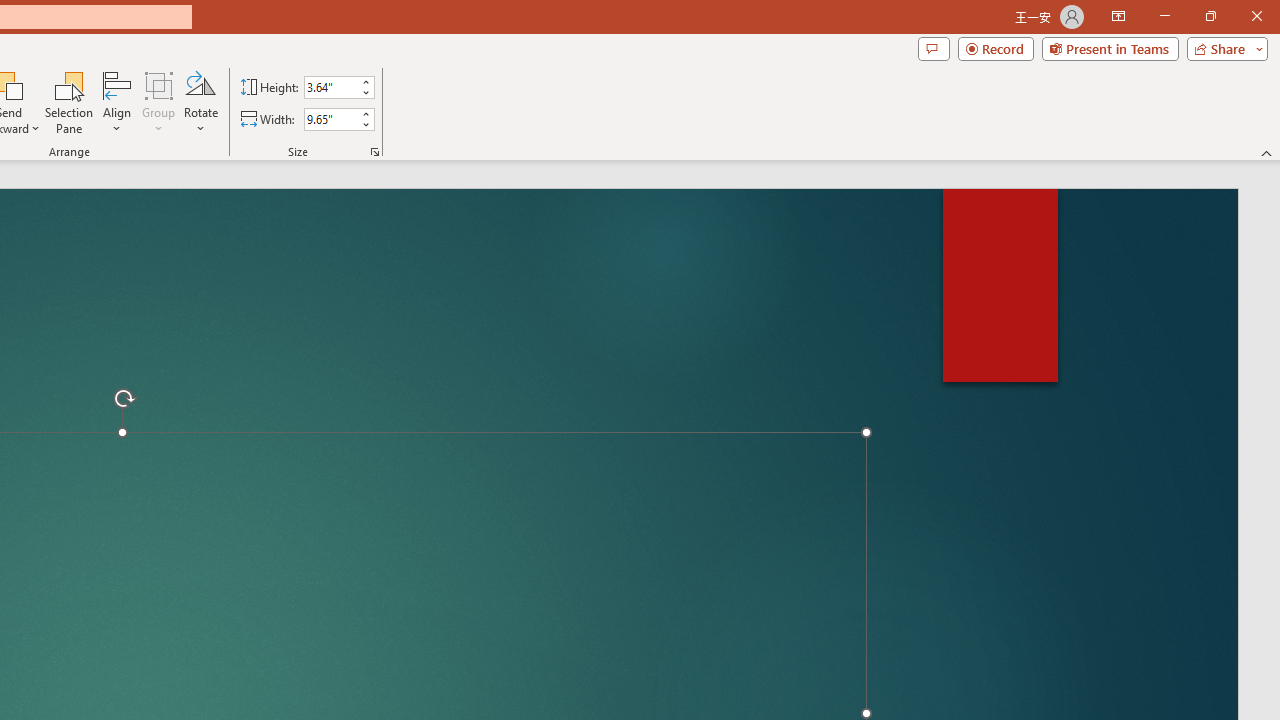  I want to click on 'Collapse the Ribbon', so click(1266, 152).